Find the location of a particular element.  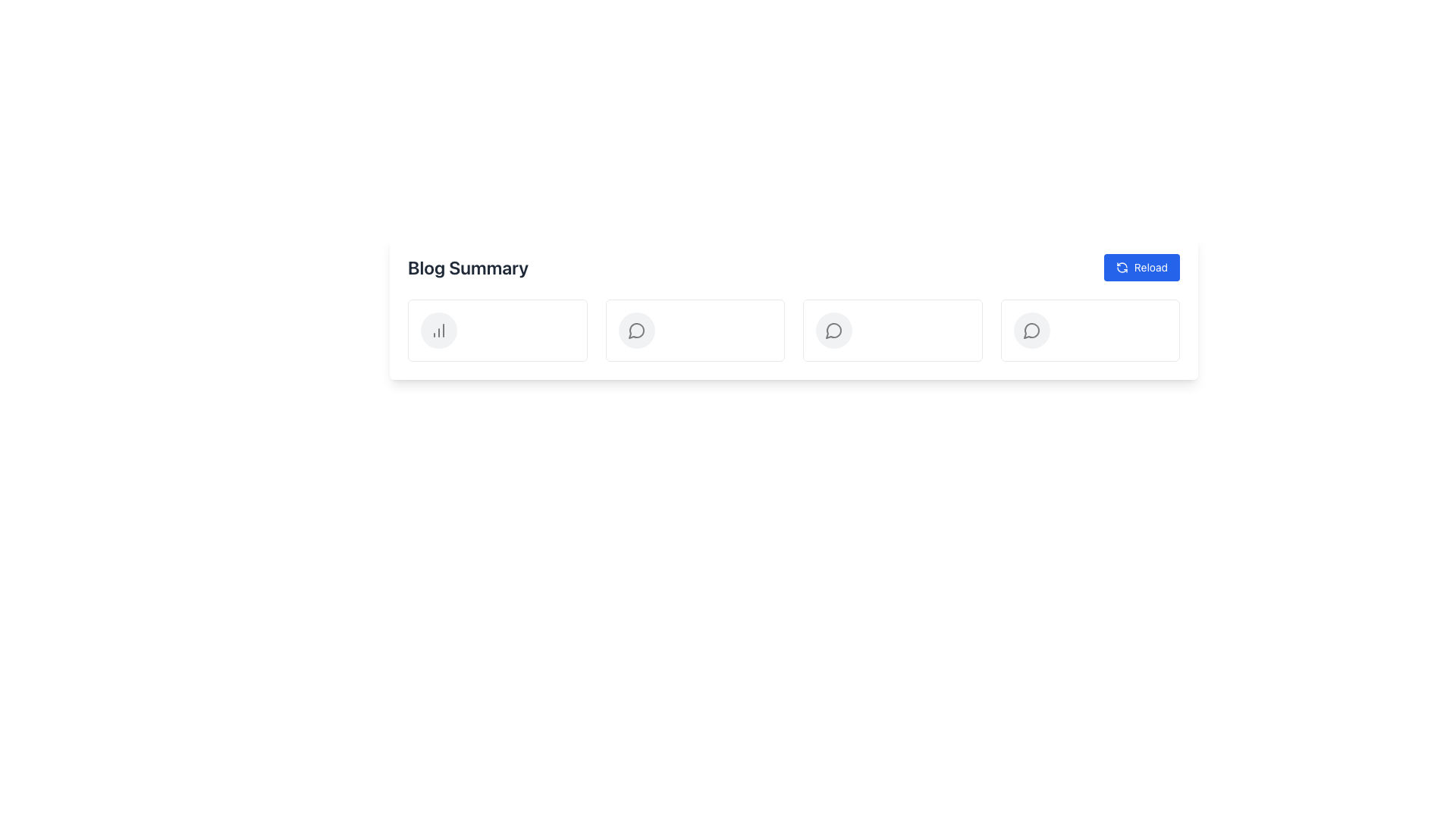

the circular SVG icon with two arrows forming a counter-clockwise loop, located inside the blue 'Reload' button in the top-right section of the interface is located at coordinates (1122, 267).